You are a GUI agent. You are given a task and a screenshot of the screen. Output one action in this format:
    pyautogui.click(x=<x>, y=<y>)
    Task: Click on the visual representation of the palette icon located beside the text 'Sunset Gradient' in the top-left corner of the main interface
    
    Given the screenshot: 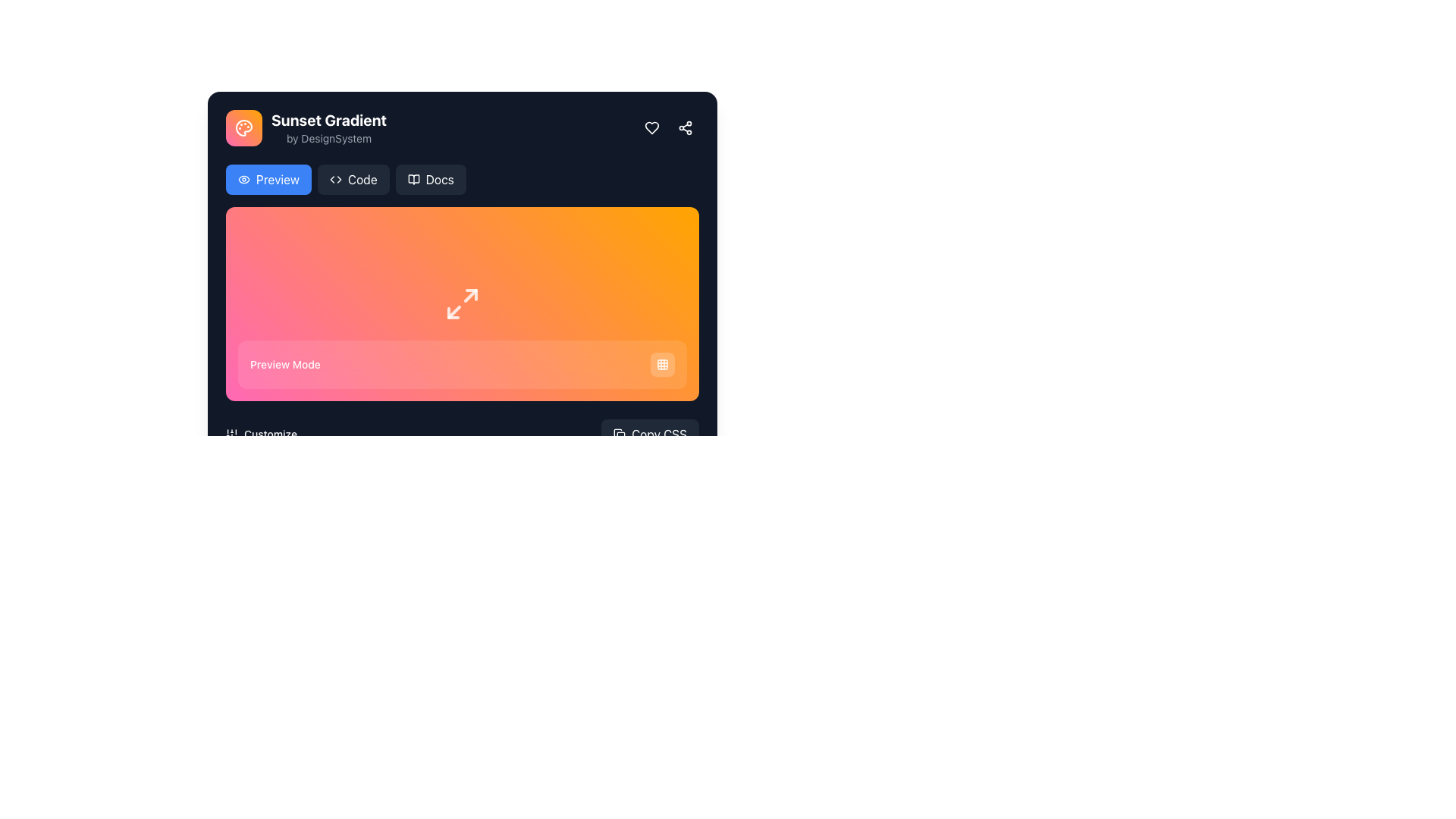 What is the action you would take?
    pyautogui.click(x=243, y=127)
    